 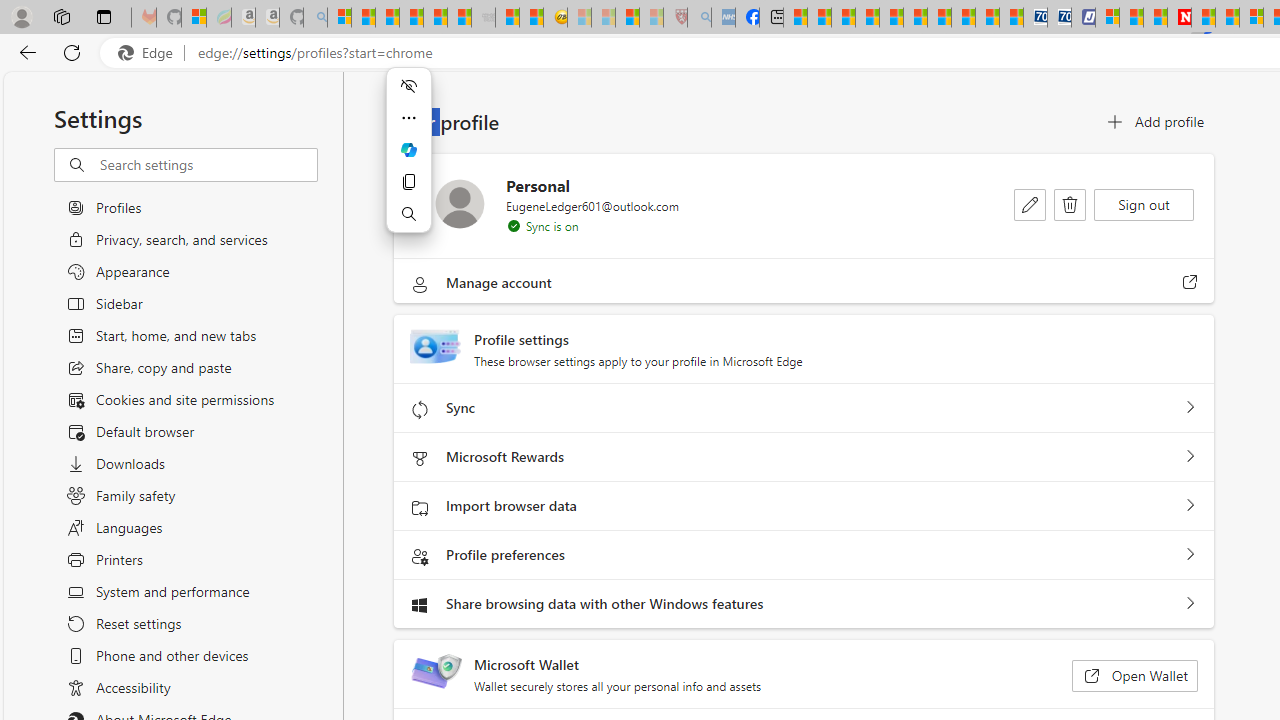 I want to click on 'Add profile', so click(x=1153, y=122).